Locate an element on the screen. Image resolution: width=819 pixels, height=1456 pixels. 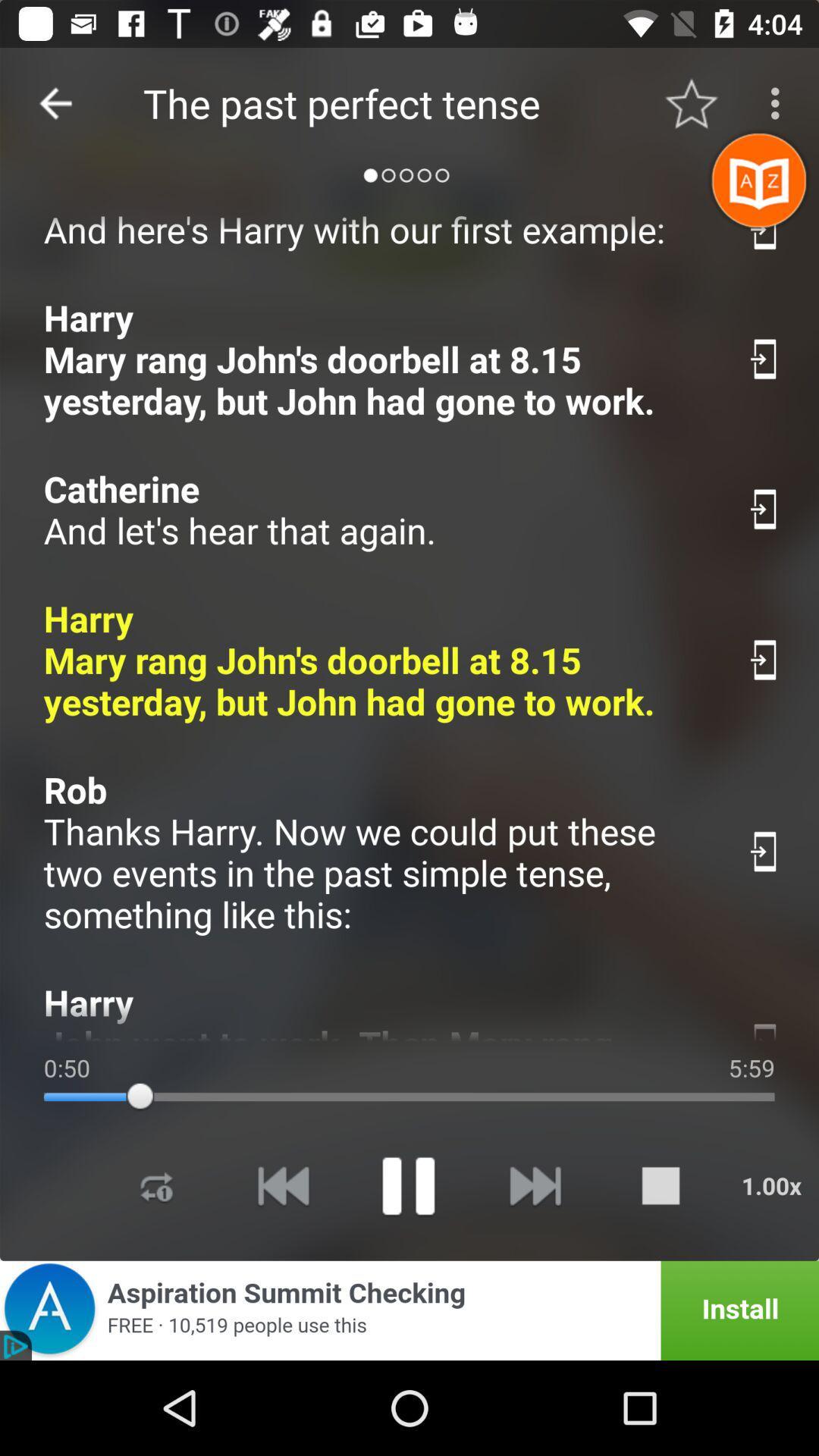
una buena manera de leer is located at coordinates (765, 228).